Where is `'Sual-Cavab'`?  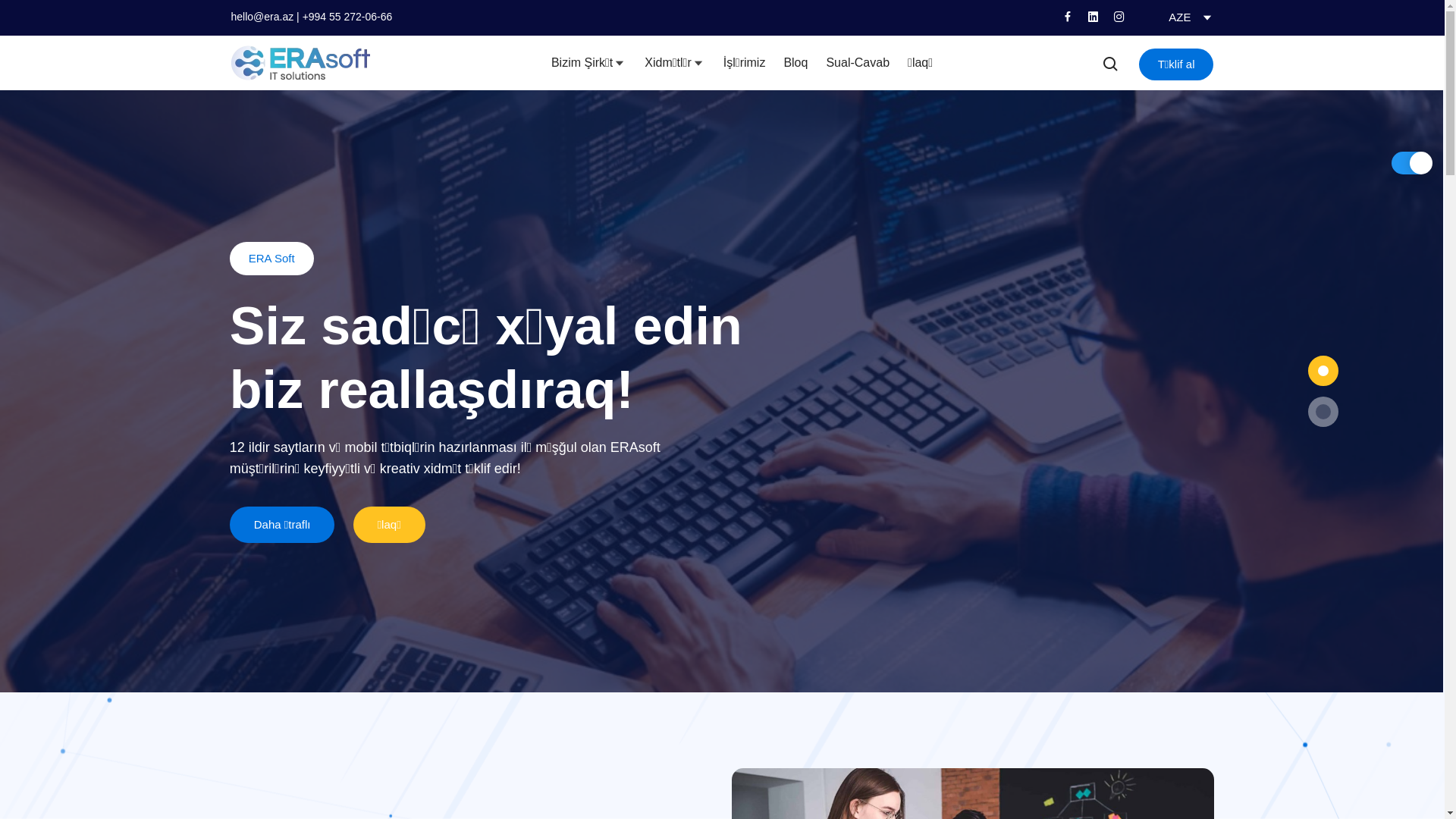
'Sual-Cavab' is located at coordinates (858, 62).